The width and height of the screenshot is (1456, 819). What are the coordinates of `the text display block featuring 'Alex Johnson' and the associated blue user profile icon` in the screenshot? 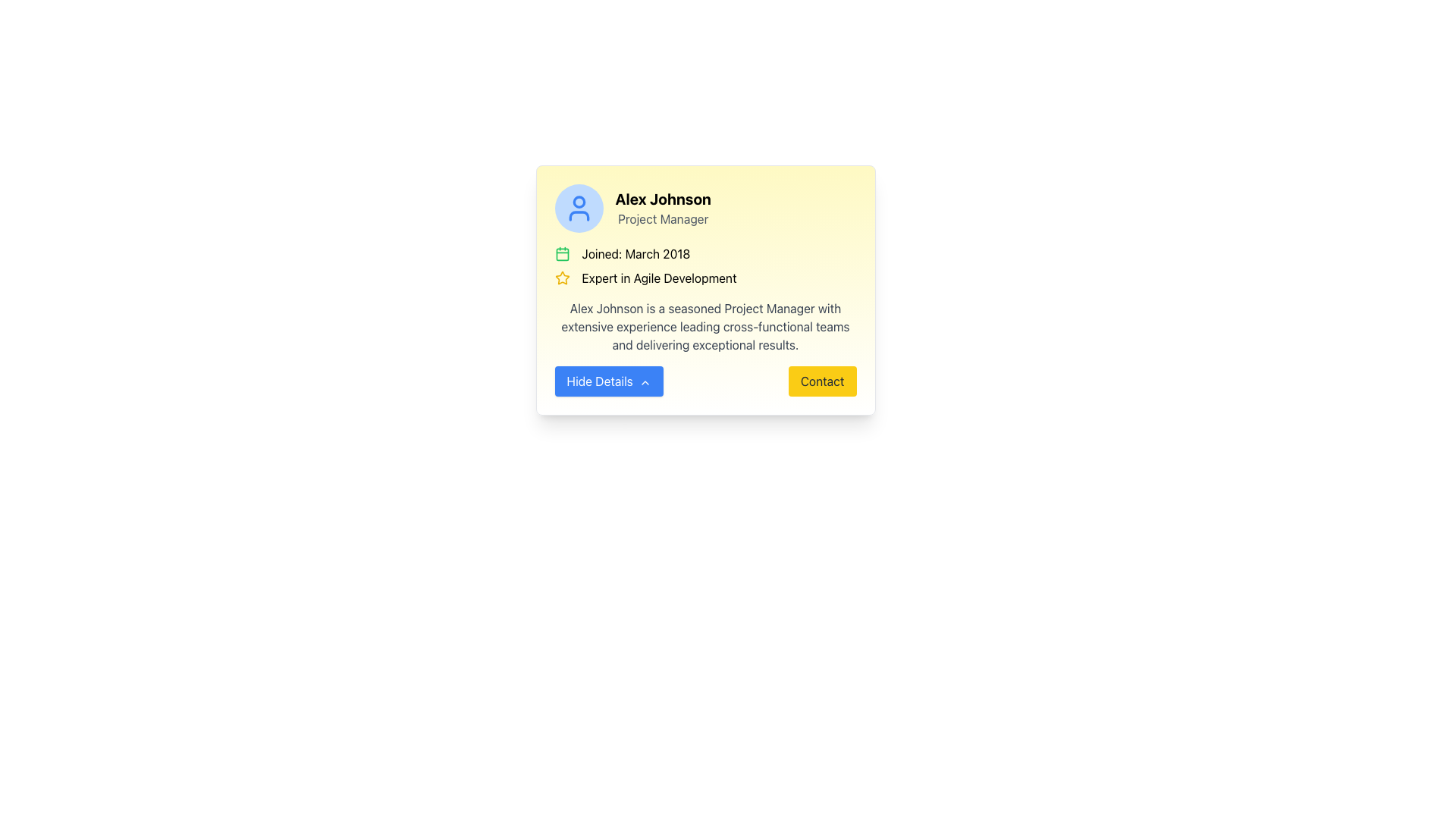 It's located at (704, 208).